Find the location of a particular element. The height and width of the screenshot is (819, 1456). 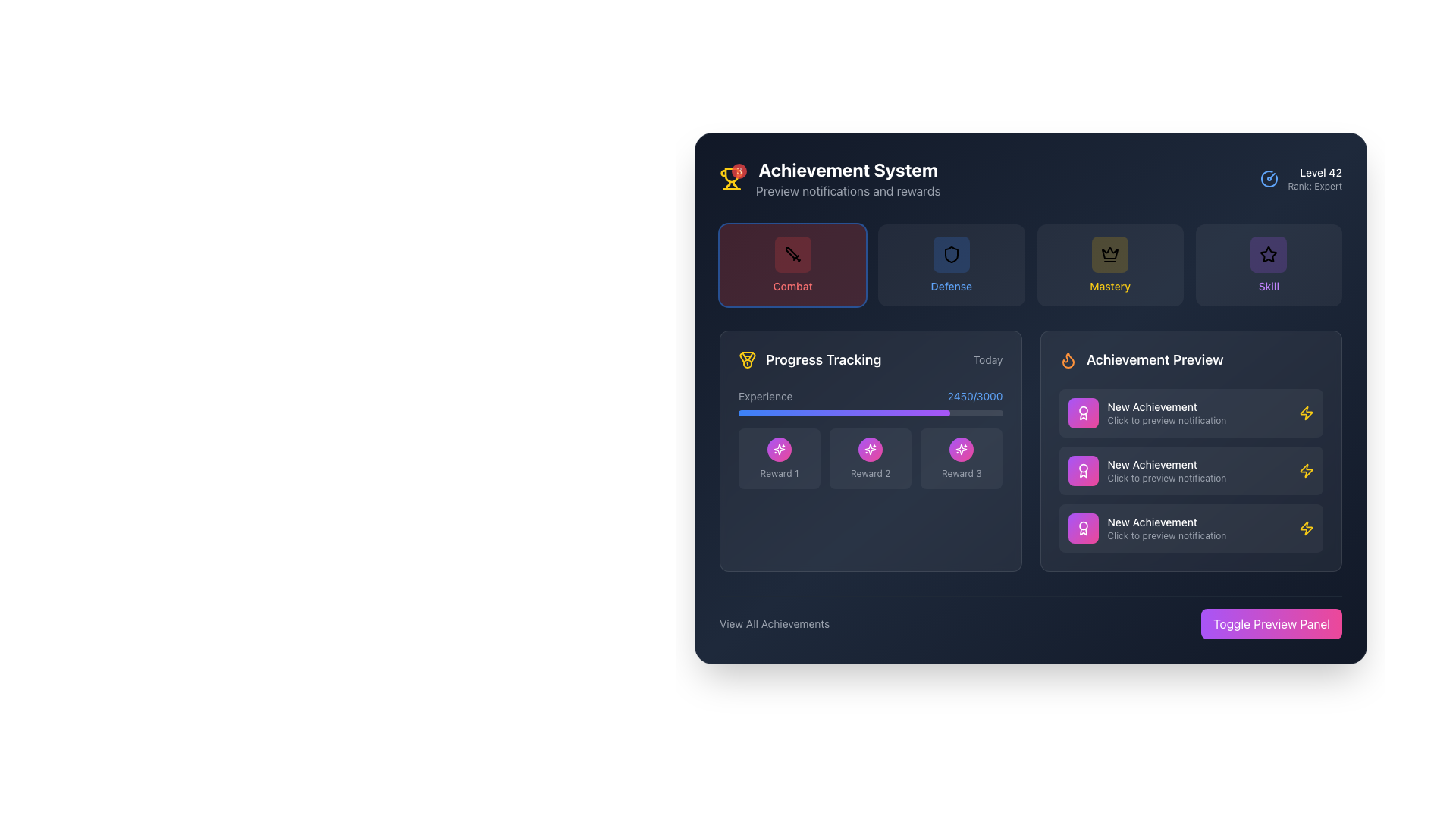

the Label with an icon in the 'Achievement System' section is located at coordinates (809, 359).